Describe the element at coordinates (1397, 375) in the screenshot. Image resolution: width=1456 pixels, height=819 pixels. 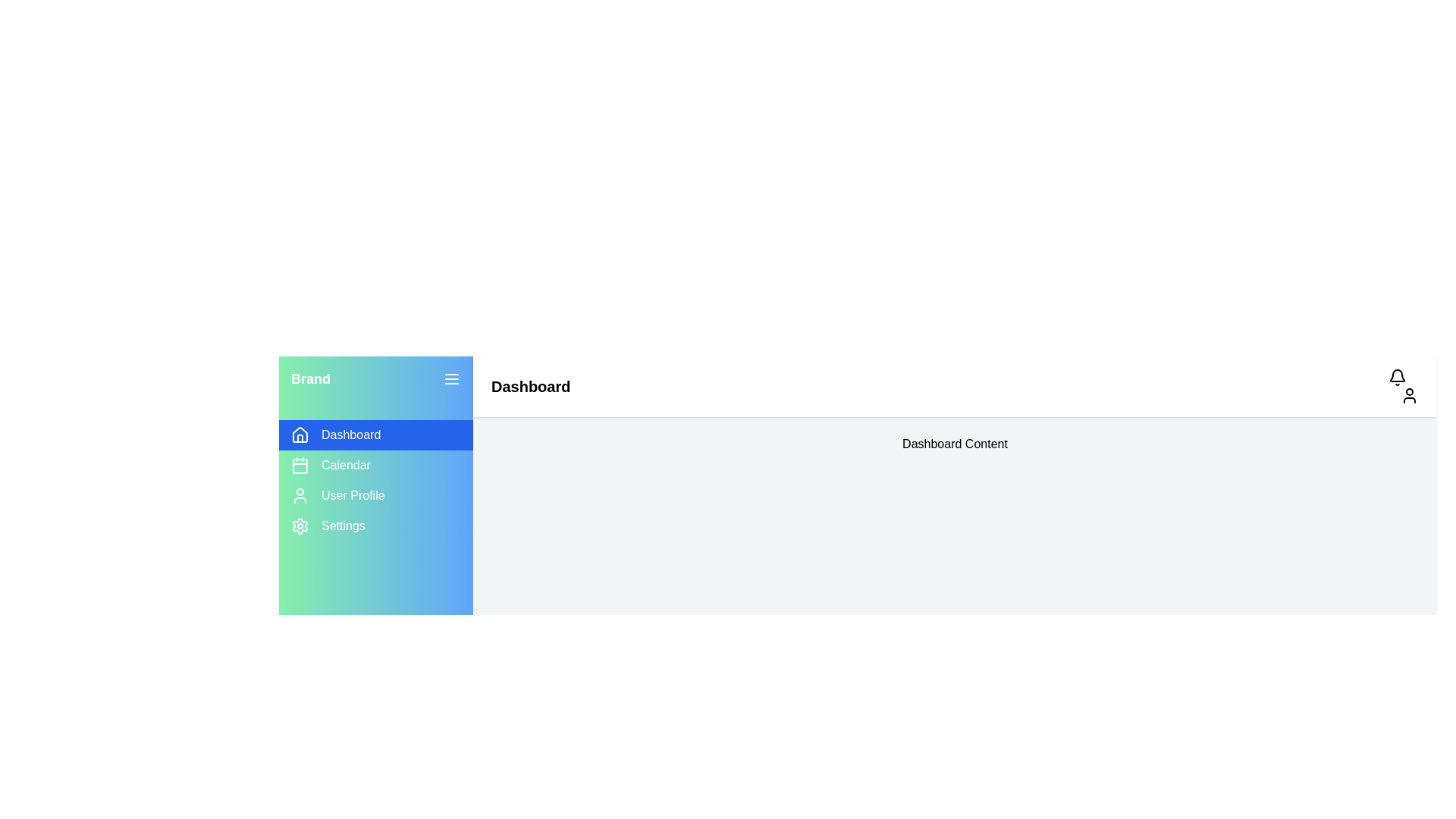
I see `the notification icon (bell) located at the top-right corner of the page, adjacent to the profile icon` at that location.